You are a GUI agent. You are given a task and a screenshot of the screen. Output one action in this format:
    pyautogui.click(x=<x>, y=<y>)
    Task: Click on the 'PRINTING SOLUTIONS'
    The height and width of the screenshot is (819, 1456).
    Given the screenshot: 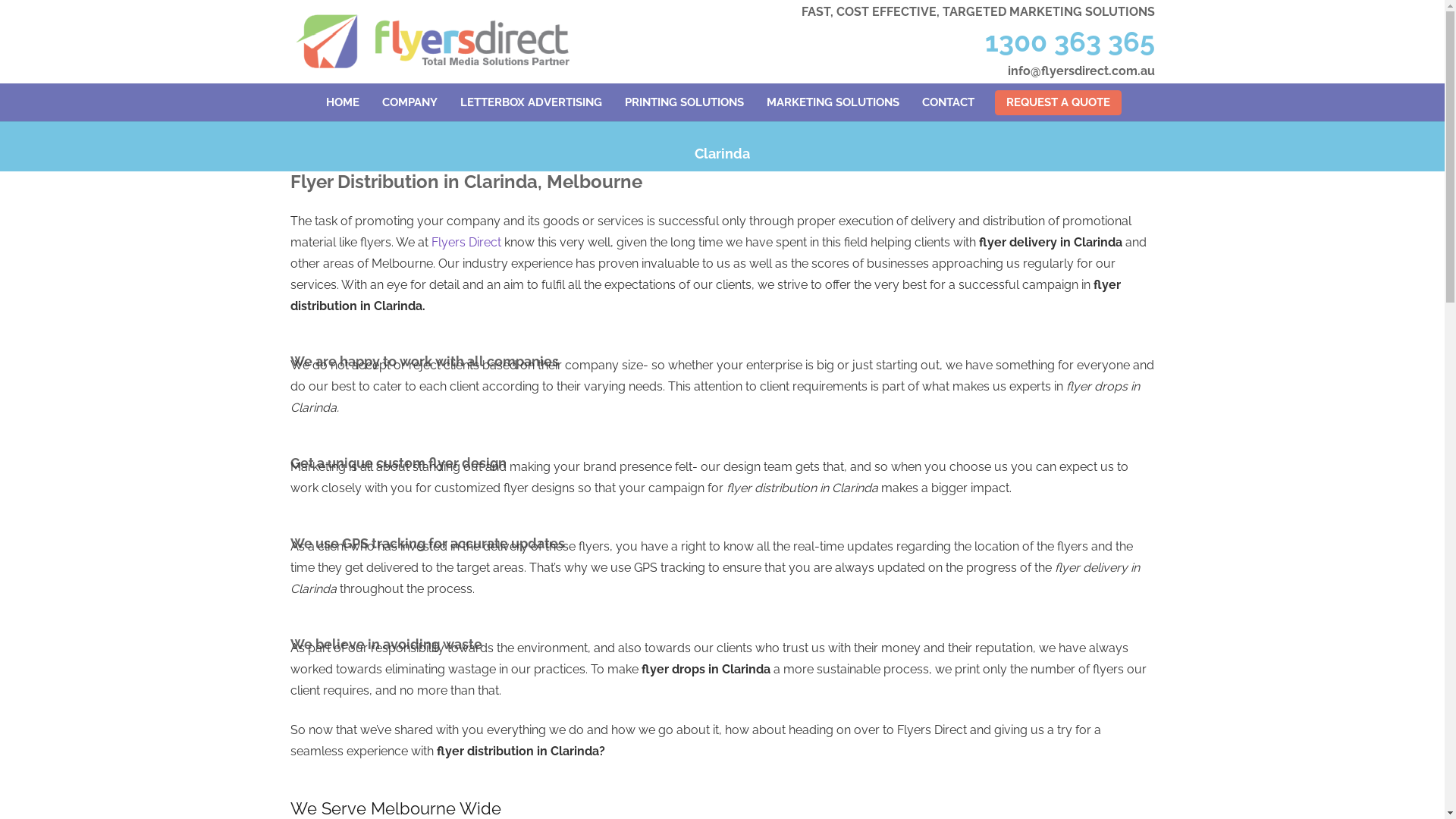 What is the action you would take?
    pyautogui.click(x=683, y=102)
    